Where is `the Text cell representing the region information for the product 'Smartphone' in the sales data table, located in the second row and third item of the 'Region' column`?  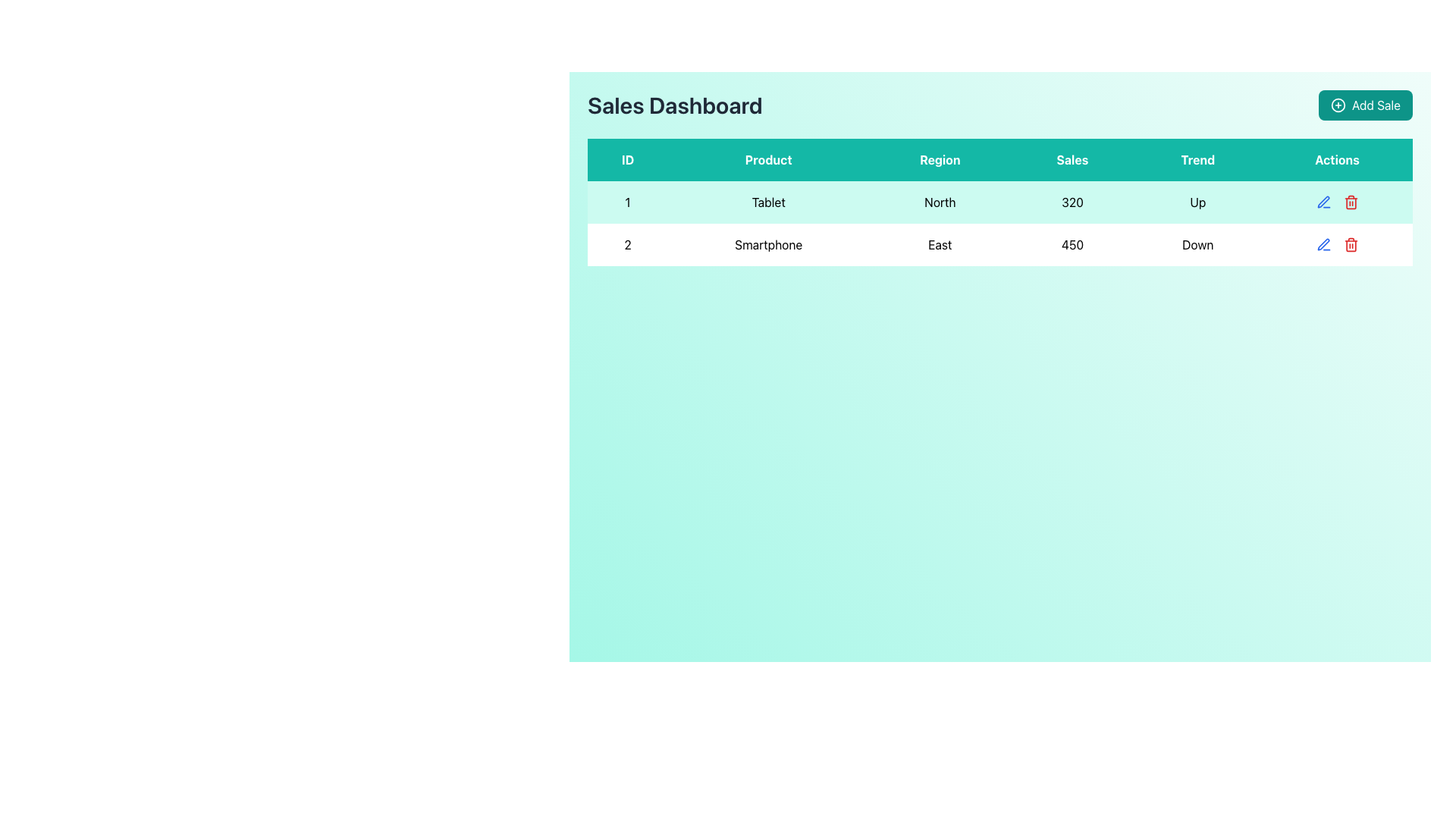
the Text cell representing the region information for the product 'Smartphone' in the sales data table, located in the second row and third item of the 'Region' column is located at coordinates (939, 244).